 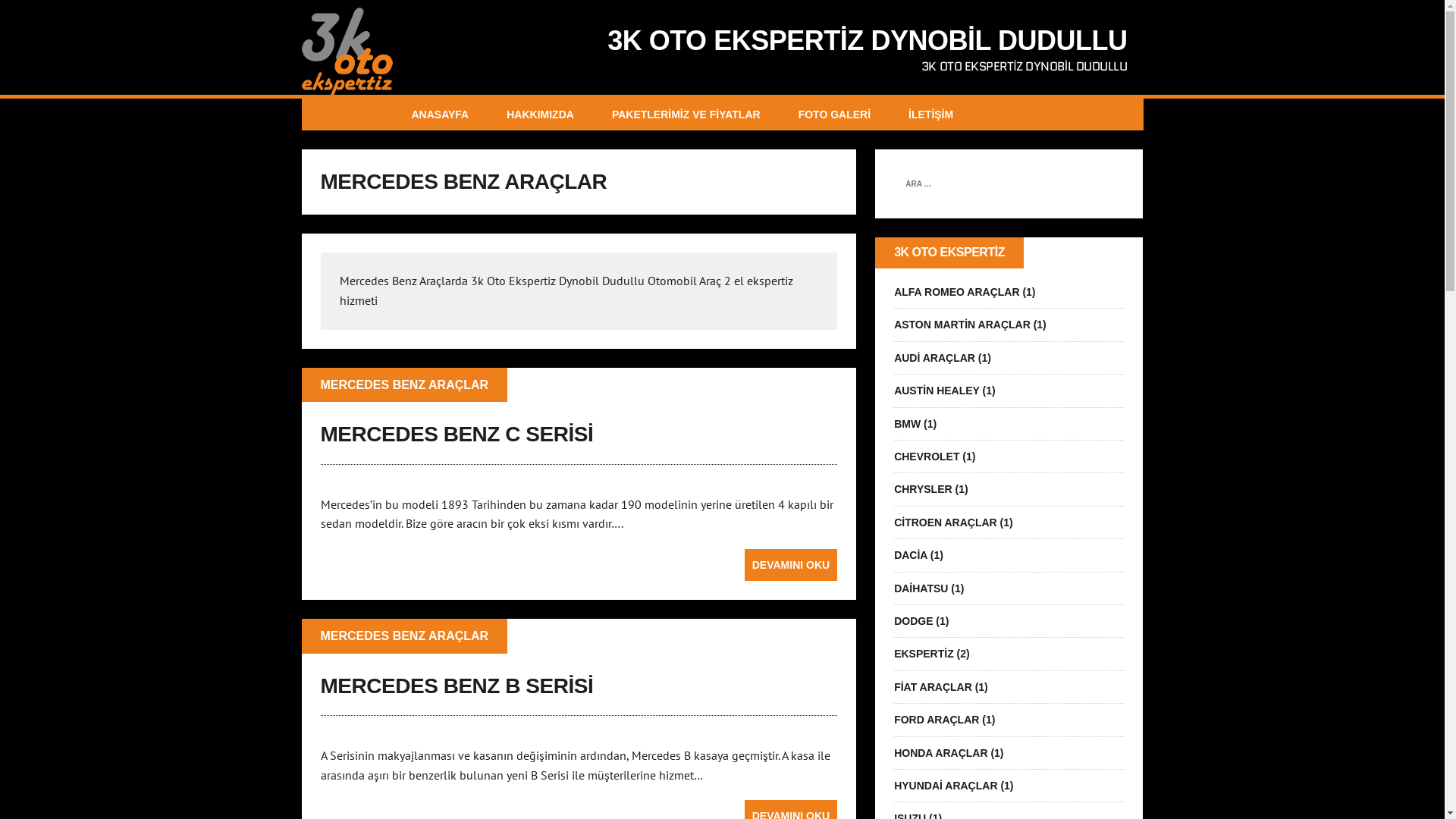 What do you see at coordinates (912, 620) in the screenshot?
I see `'DODGE'` at bounding box center [912, 620].